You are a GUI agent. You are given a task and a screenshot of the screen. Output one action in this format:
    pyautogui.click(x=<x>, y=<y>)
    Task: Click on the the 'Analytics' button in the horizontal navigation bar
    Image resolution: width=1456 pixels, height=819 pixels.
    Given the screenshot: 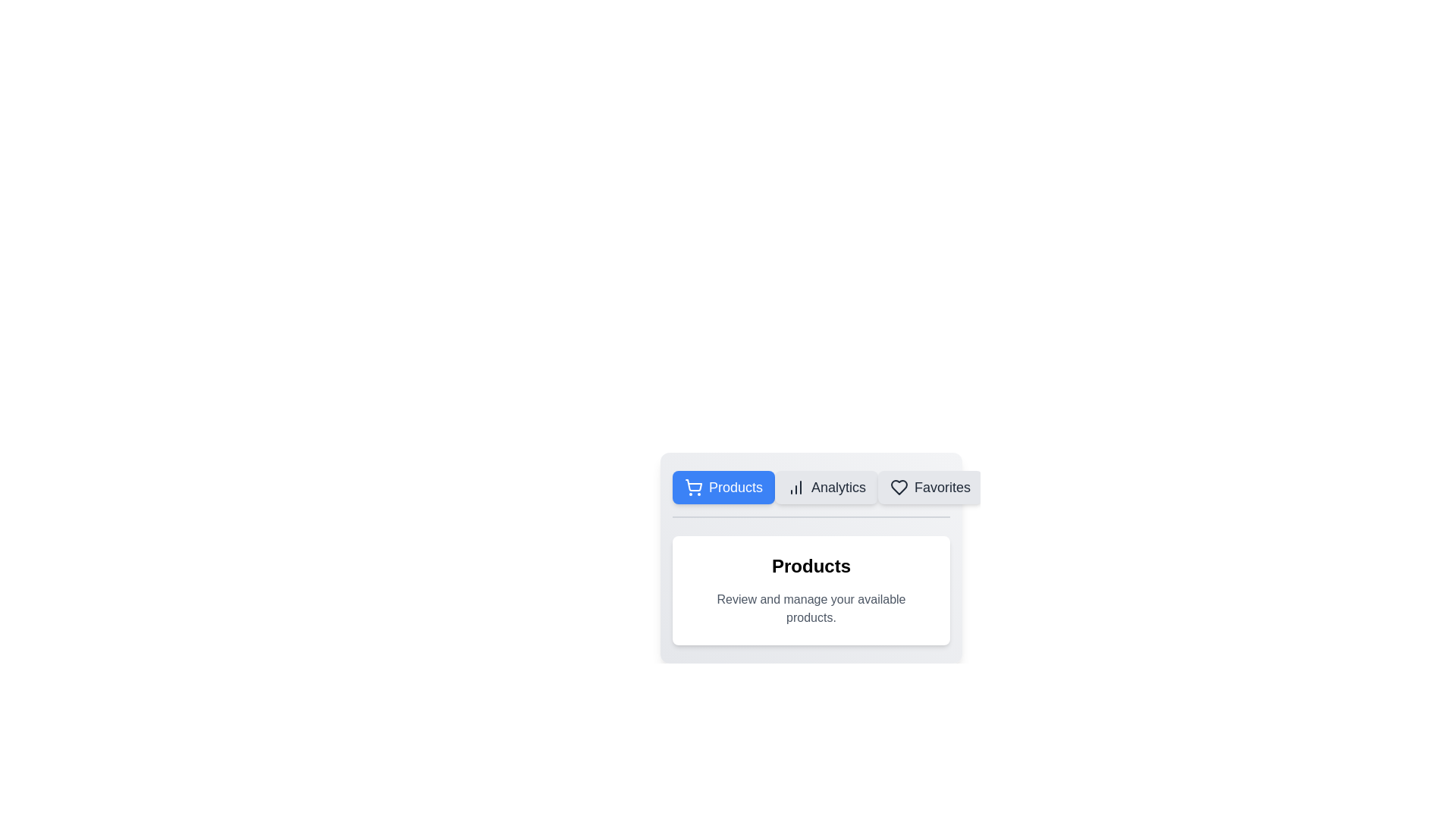 What is the action you would take?
    pyautogui.click(x=811, y=494)
    